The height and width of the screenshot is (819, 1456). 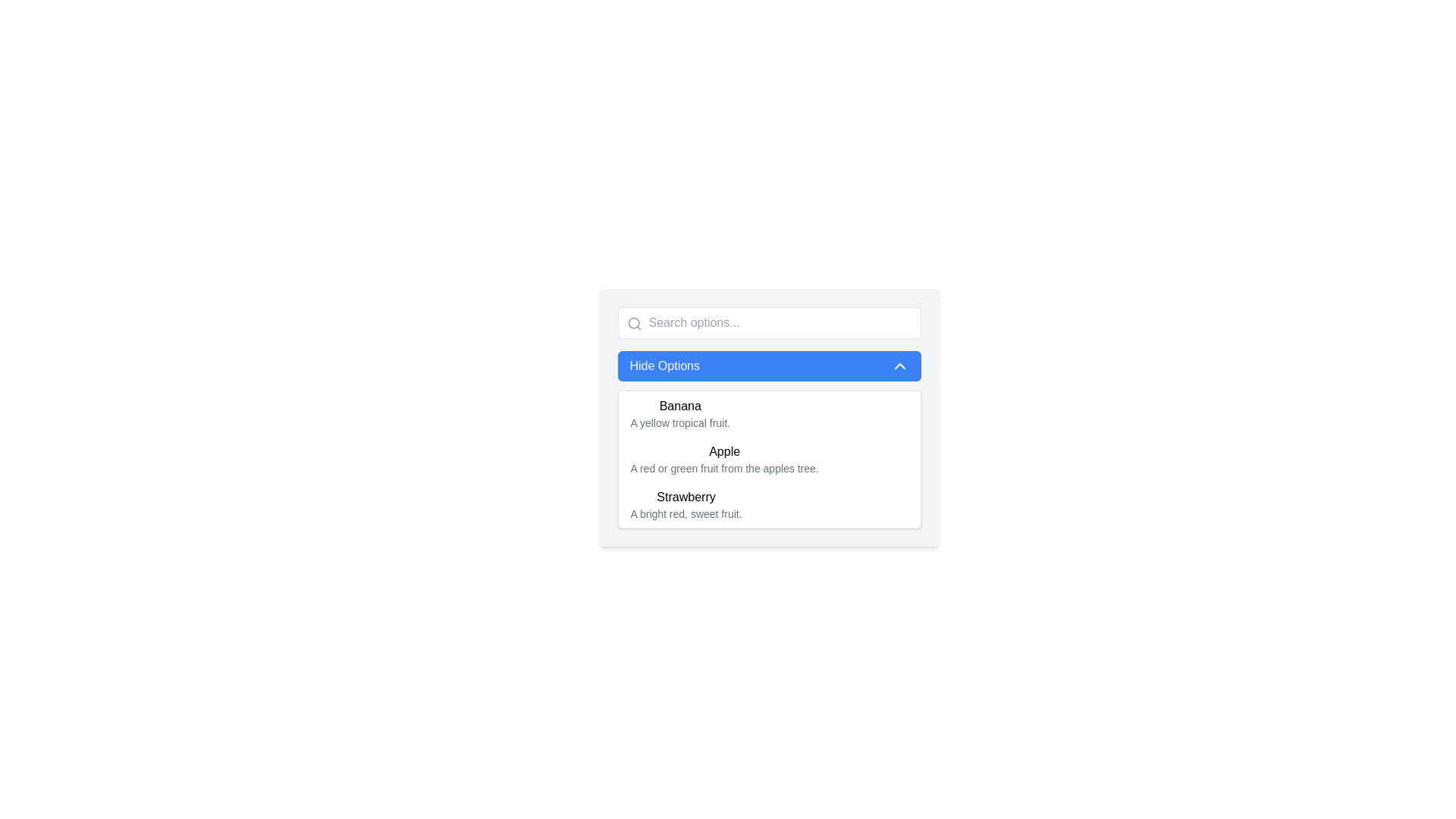 I want to click on the 'Apple' list item in the dropdown menu, so click(x=723, y=458).